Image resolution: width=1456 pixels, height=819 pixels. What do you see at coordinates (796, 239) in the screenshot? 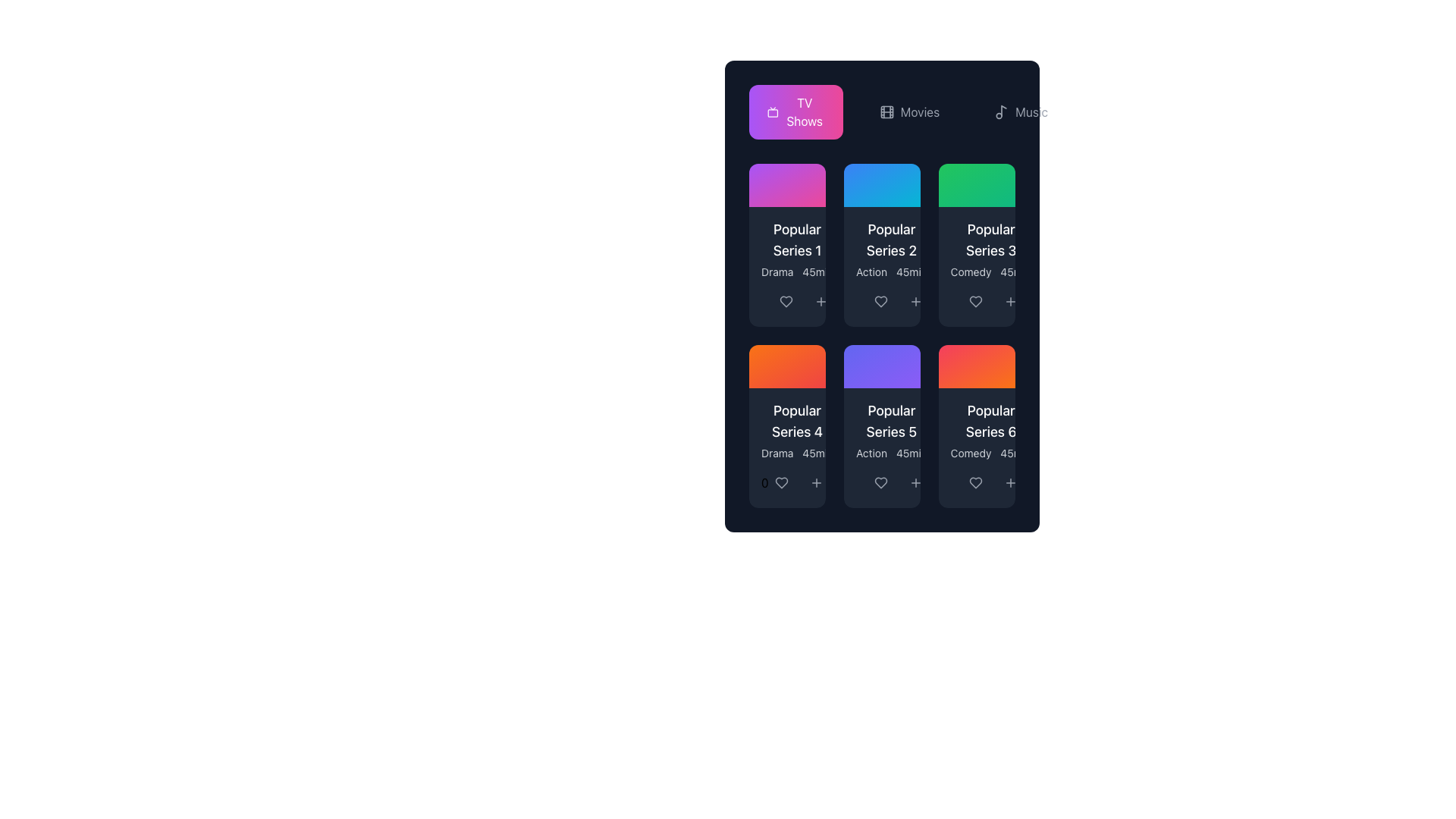
I see `the title text indicating the name of the content represented in the top-left card of the grid` at bounding box center [796, 239].